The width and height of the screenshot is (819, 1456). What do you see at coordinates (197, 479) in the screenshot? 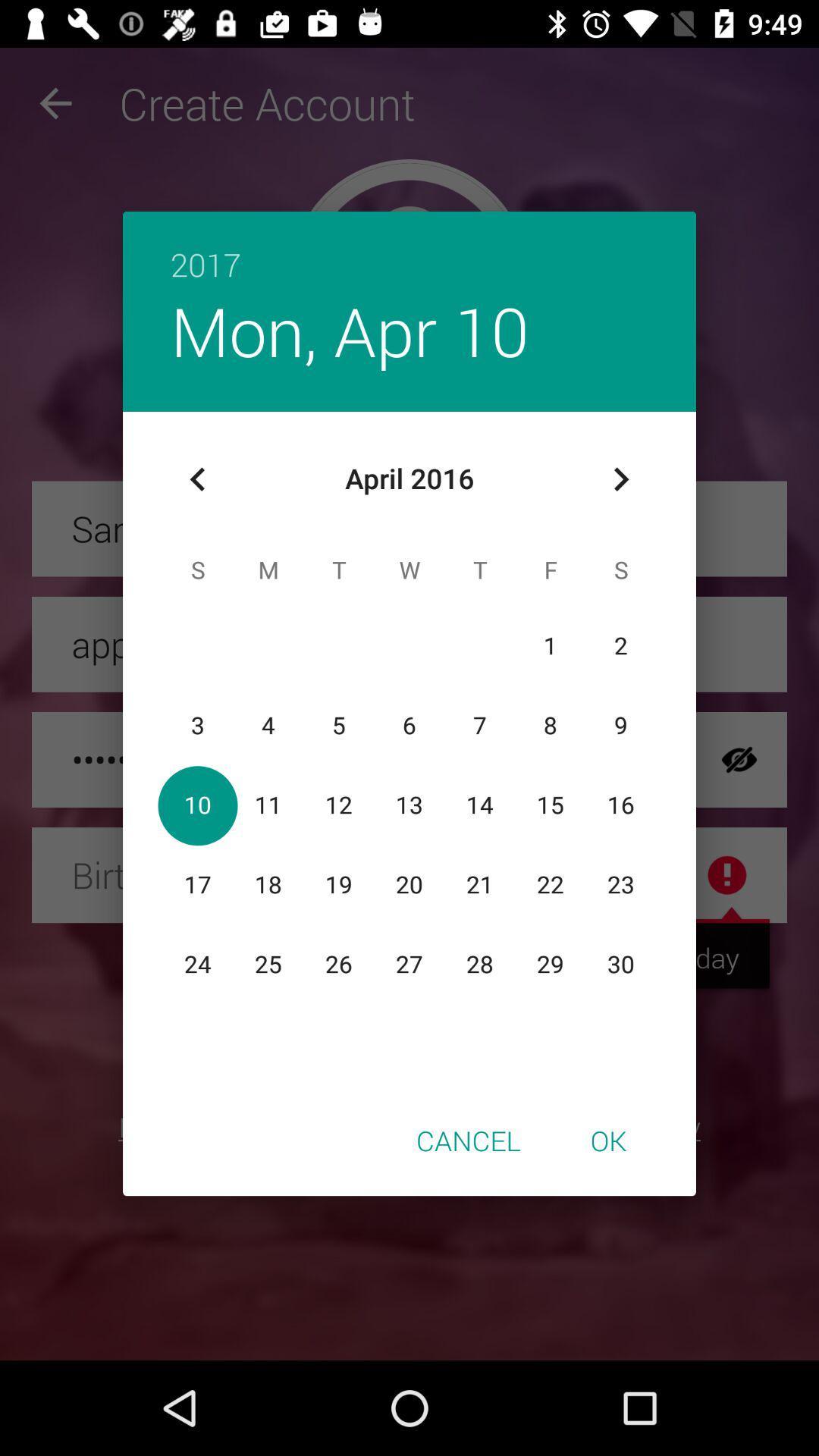
I see `the icon below mon, apr 10 item` at bounding box center [197, 479].